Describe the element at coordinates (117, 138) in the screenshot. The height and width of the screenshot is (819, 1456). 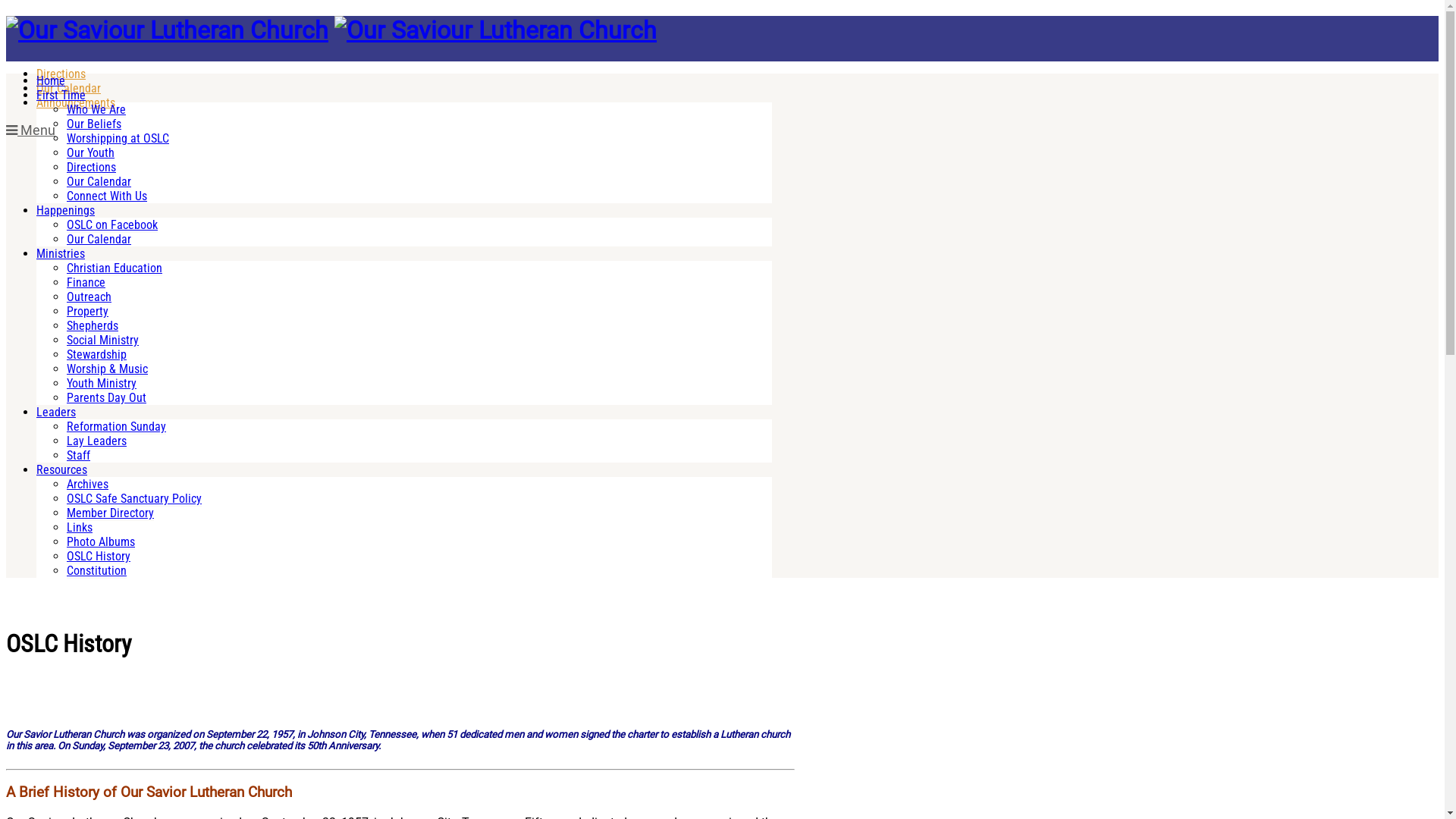
I see `'Worshipping at OSLC'` at that location.